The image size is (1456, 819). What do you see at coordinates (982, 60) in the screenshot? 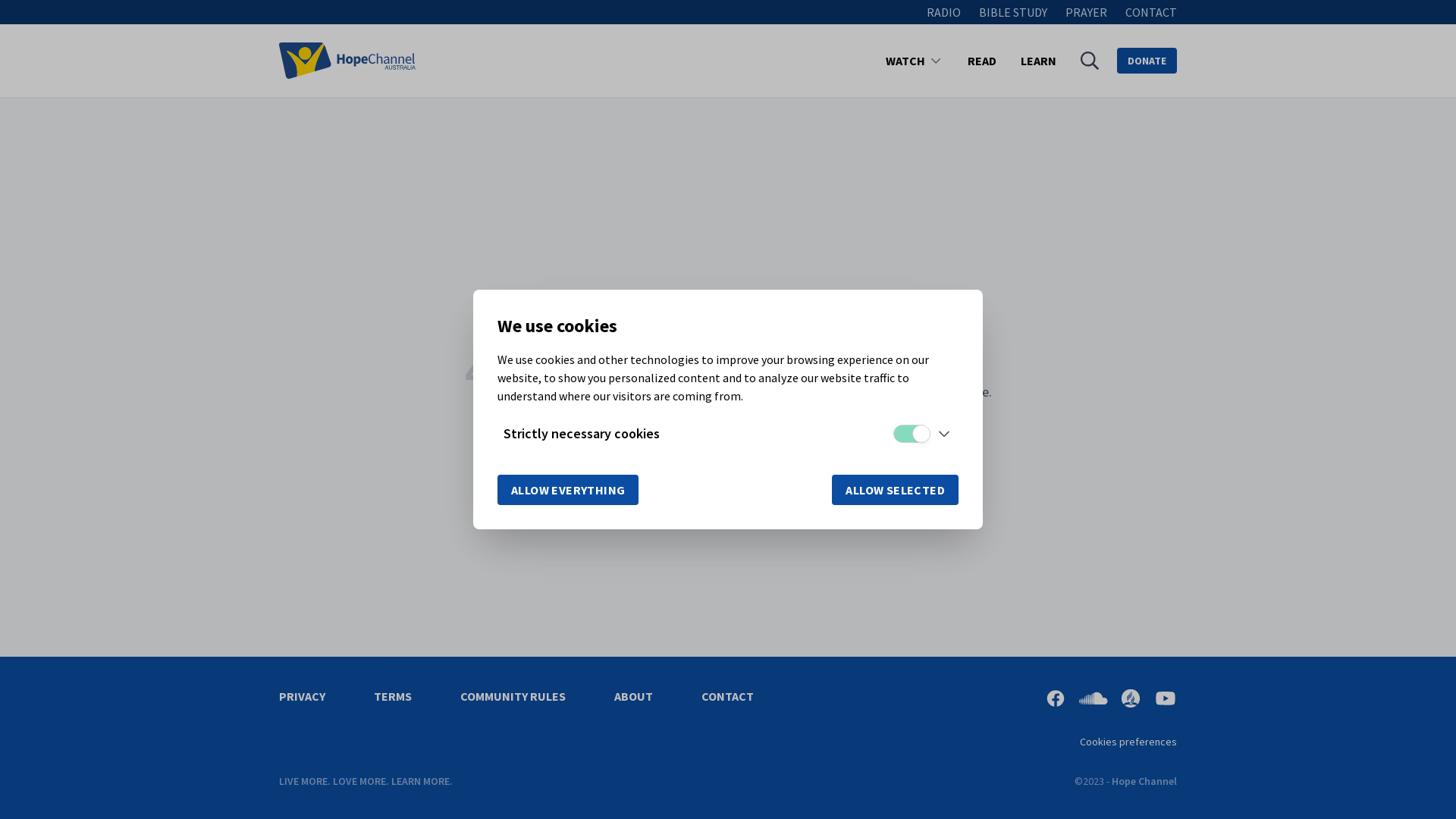
I see `'READ'` at bounding box center [982, 60].